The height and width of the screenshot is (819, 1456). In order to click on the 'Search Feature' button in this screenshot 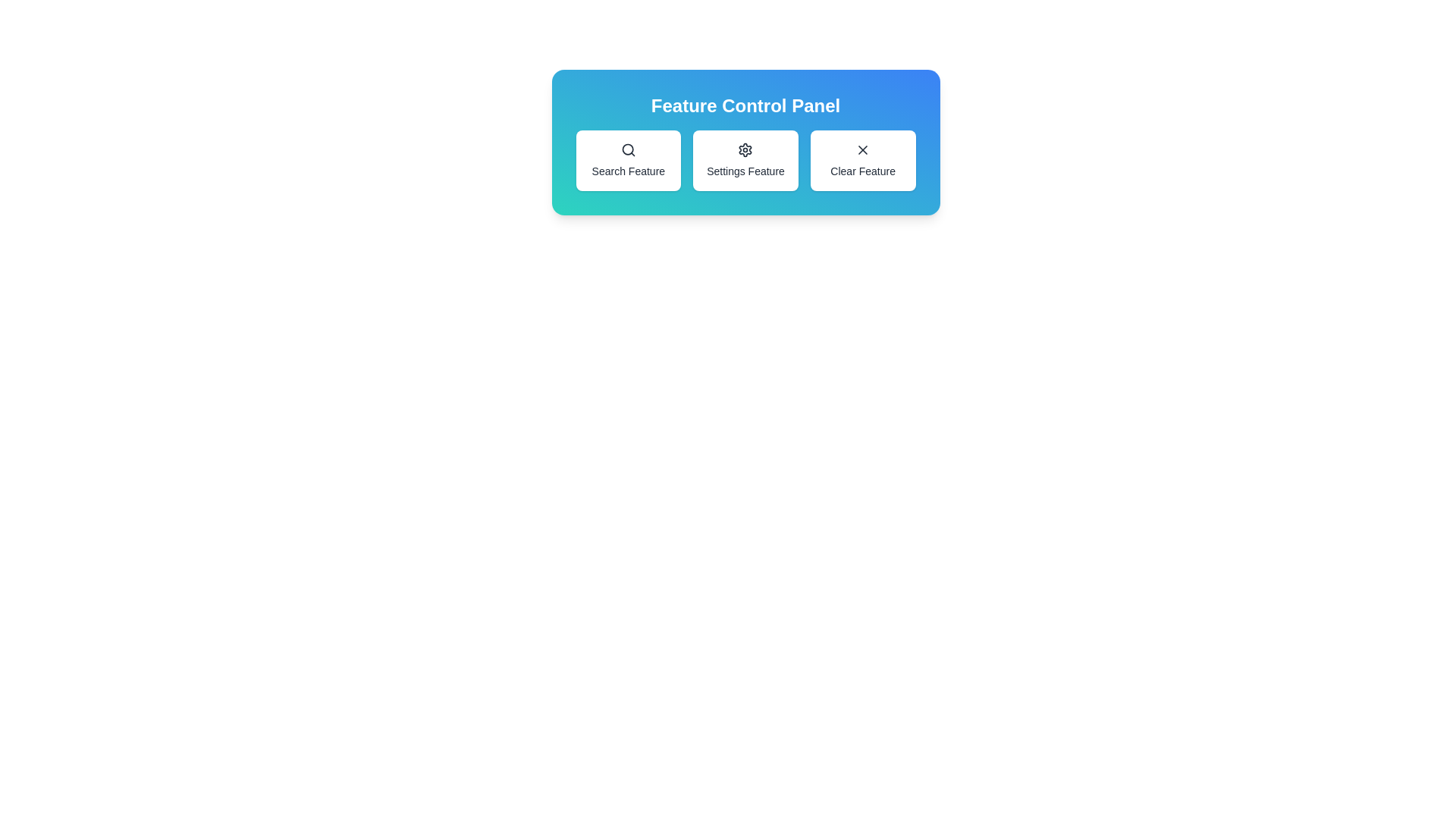, I will do `click(628, 161)`.